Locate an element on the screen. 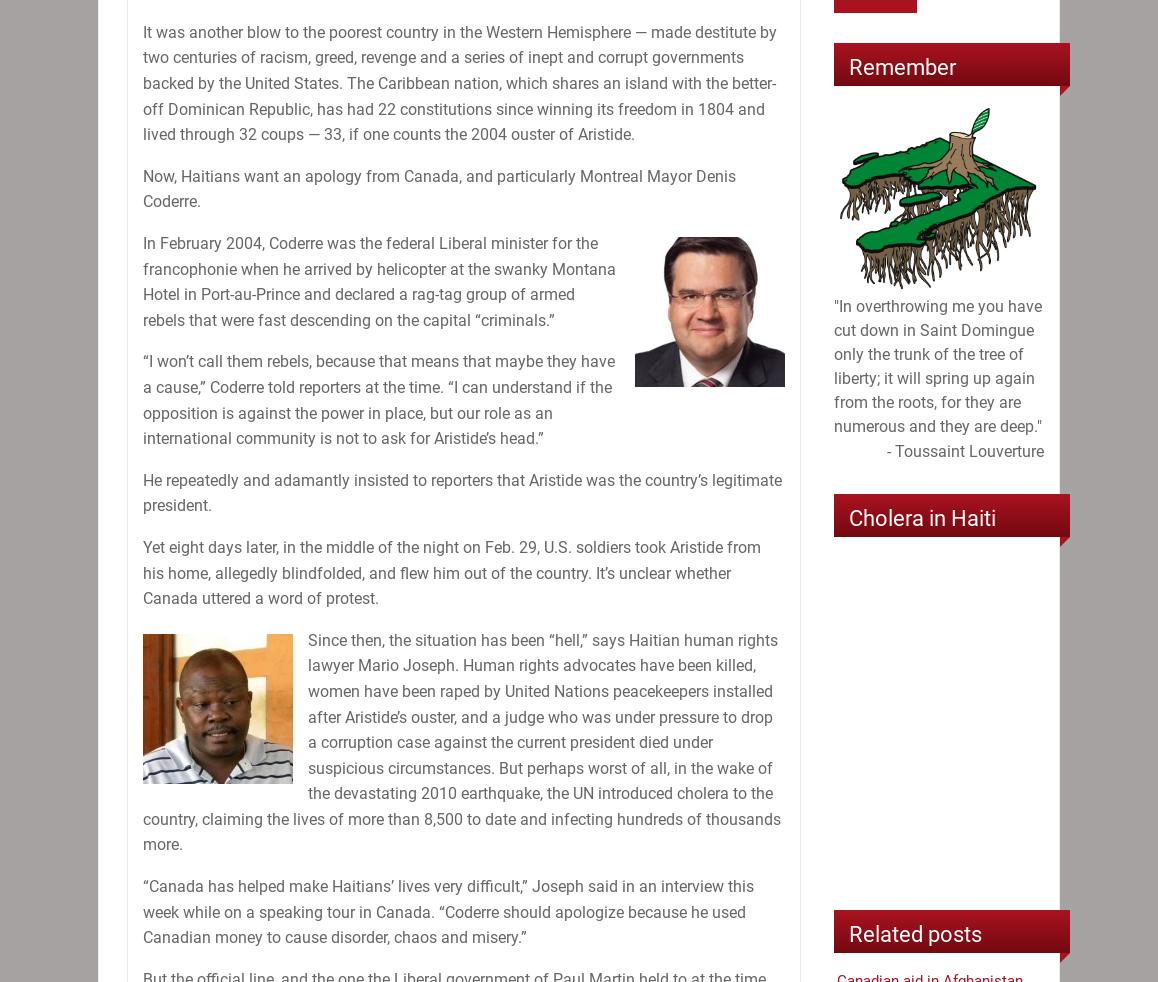 Image resolution: width=1158 pixels, height=982 pixels. '“Canada has helped make Haitians’ lives very difficult,” Joseph said in an interview this week while on a speaking tour in Canada. “Coderre should apologize because he used Canadian money to cause disorder, chaos and misery.”' is located at coordinates (448, 911).